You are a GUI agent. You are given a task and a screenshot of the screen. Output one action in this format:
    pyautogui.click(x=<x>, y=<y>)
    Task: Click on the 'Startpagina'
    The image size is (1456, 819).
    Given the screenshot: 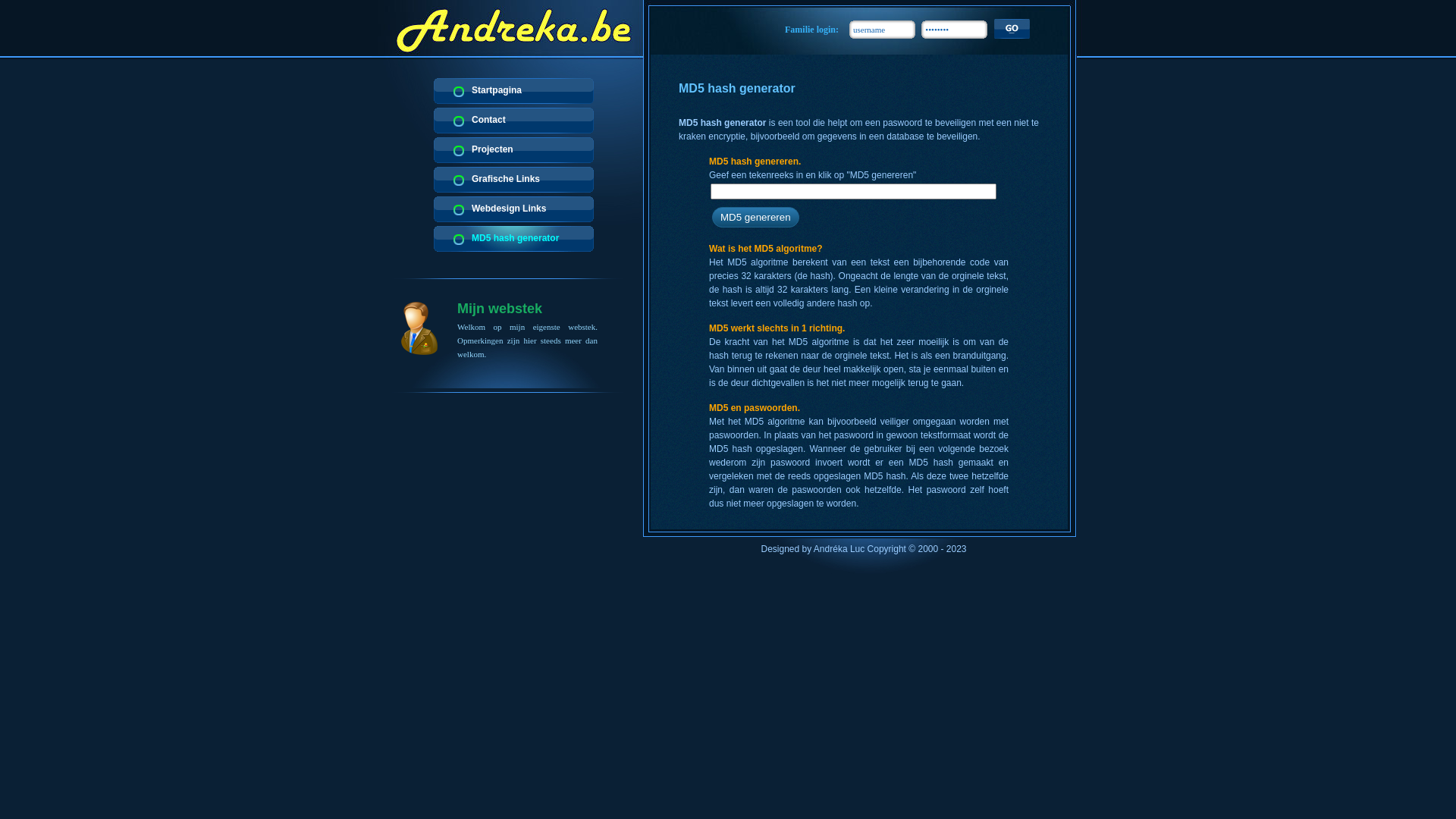 What is the action you would take?
    pyautogui.click(x=513, y=90)
    